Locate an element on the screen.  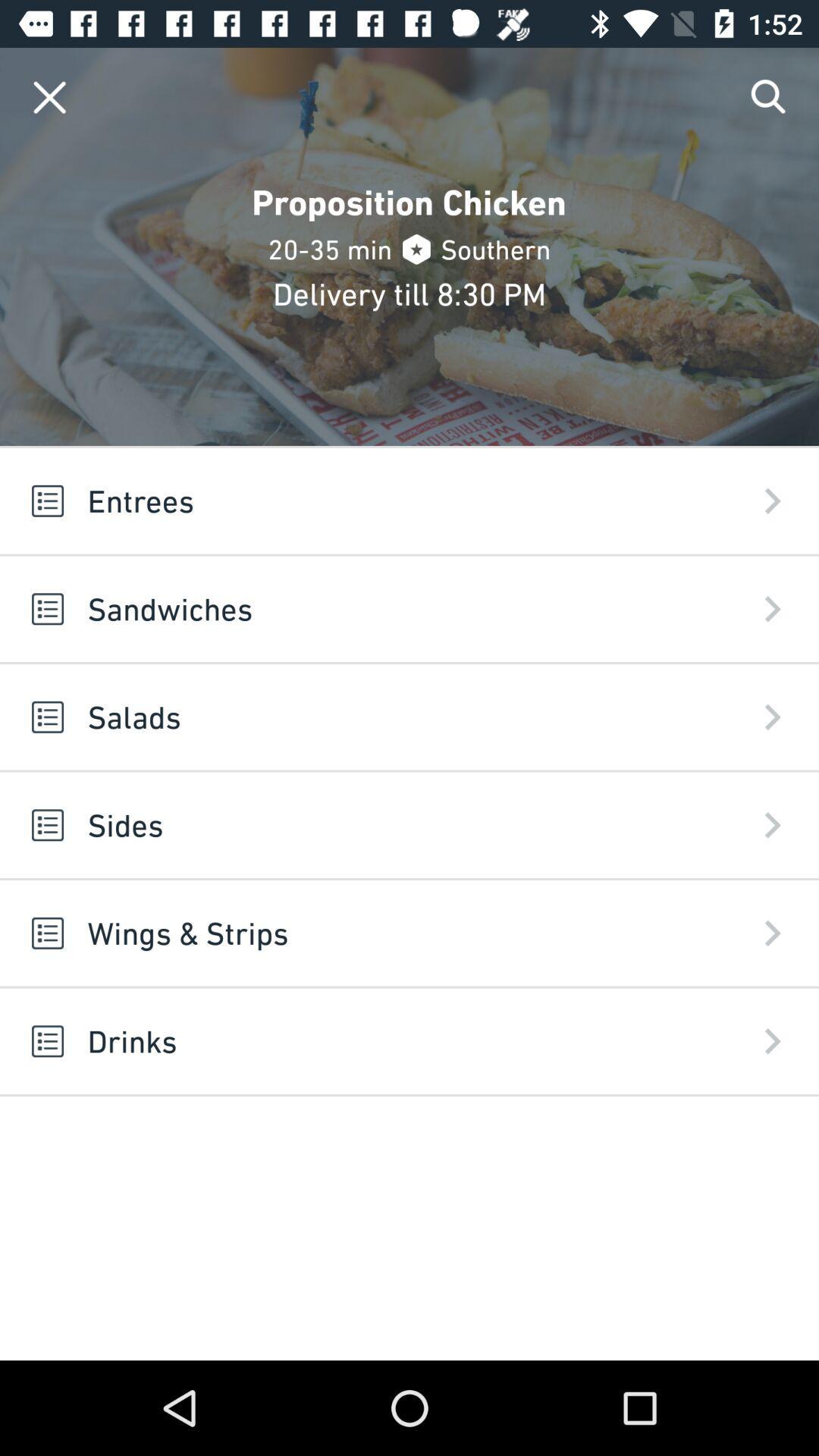
search button is located at coordinates (769, 96).